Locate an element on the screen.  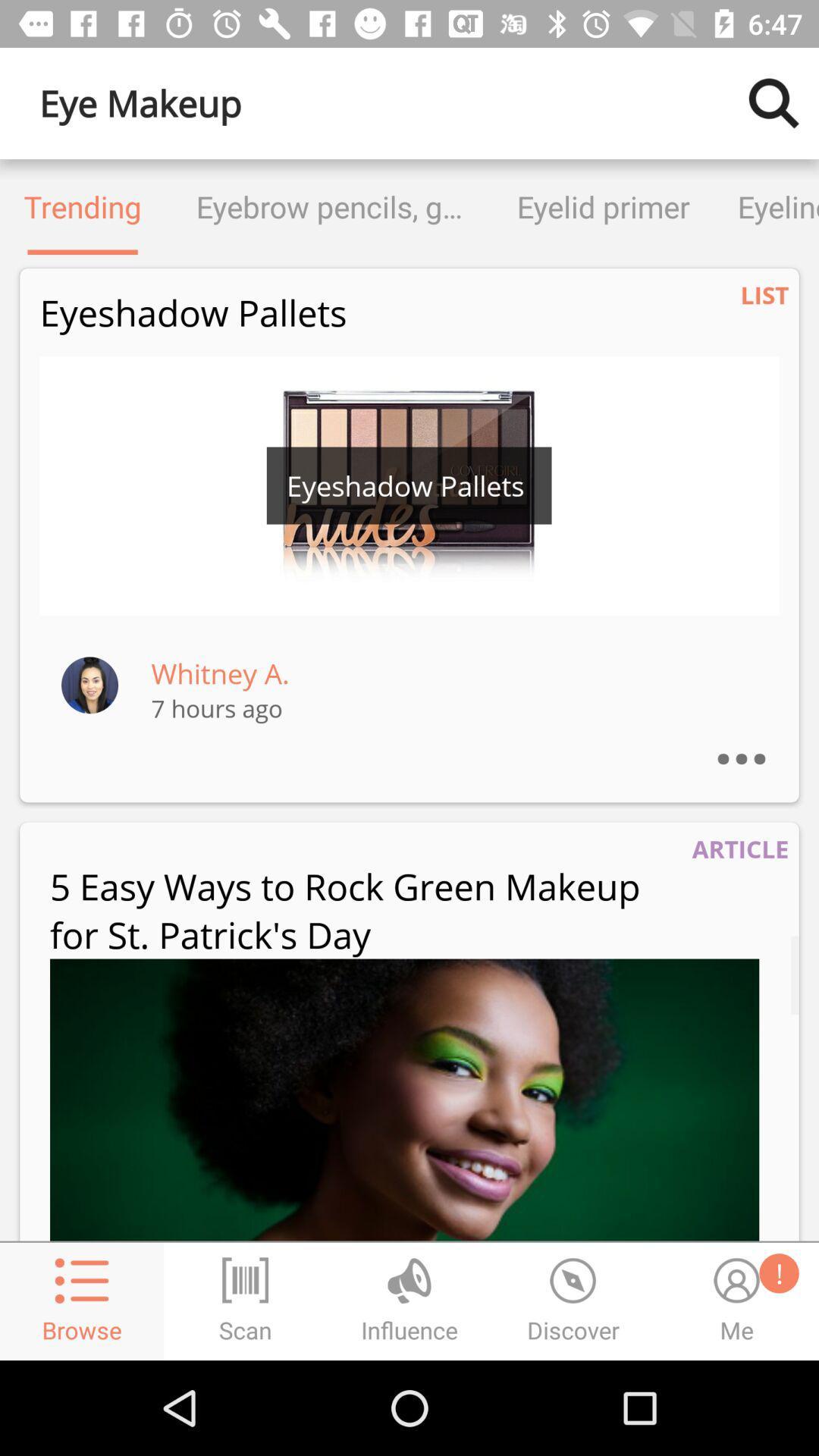
the icon above article item is located at coordinates (756, 739).